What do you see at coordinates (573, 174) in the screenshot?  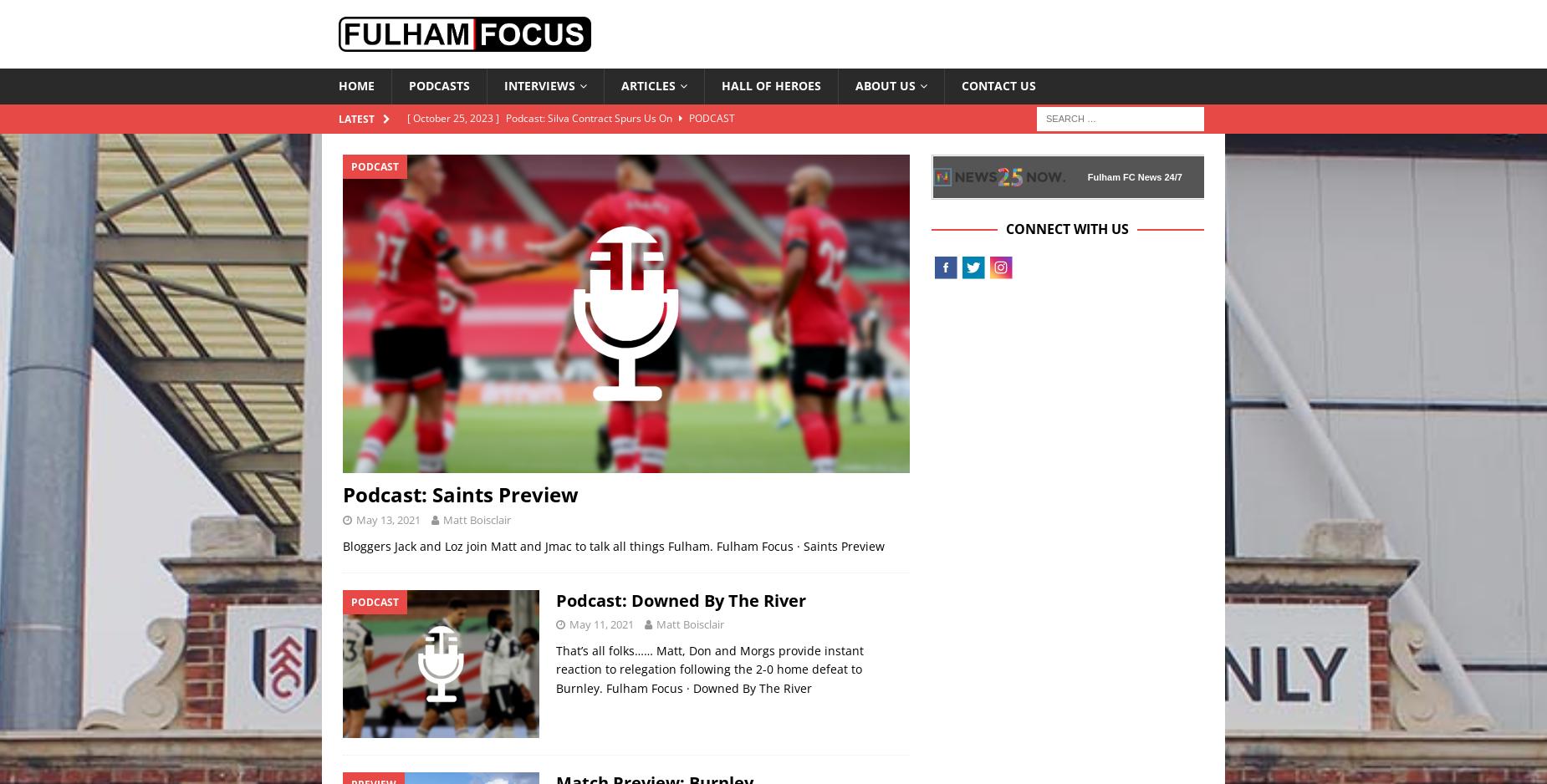 I see `'Podcast: Happy Palh-oween!'` at bounding box center [573, 174].